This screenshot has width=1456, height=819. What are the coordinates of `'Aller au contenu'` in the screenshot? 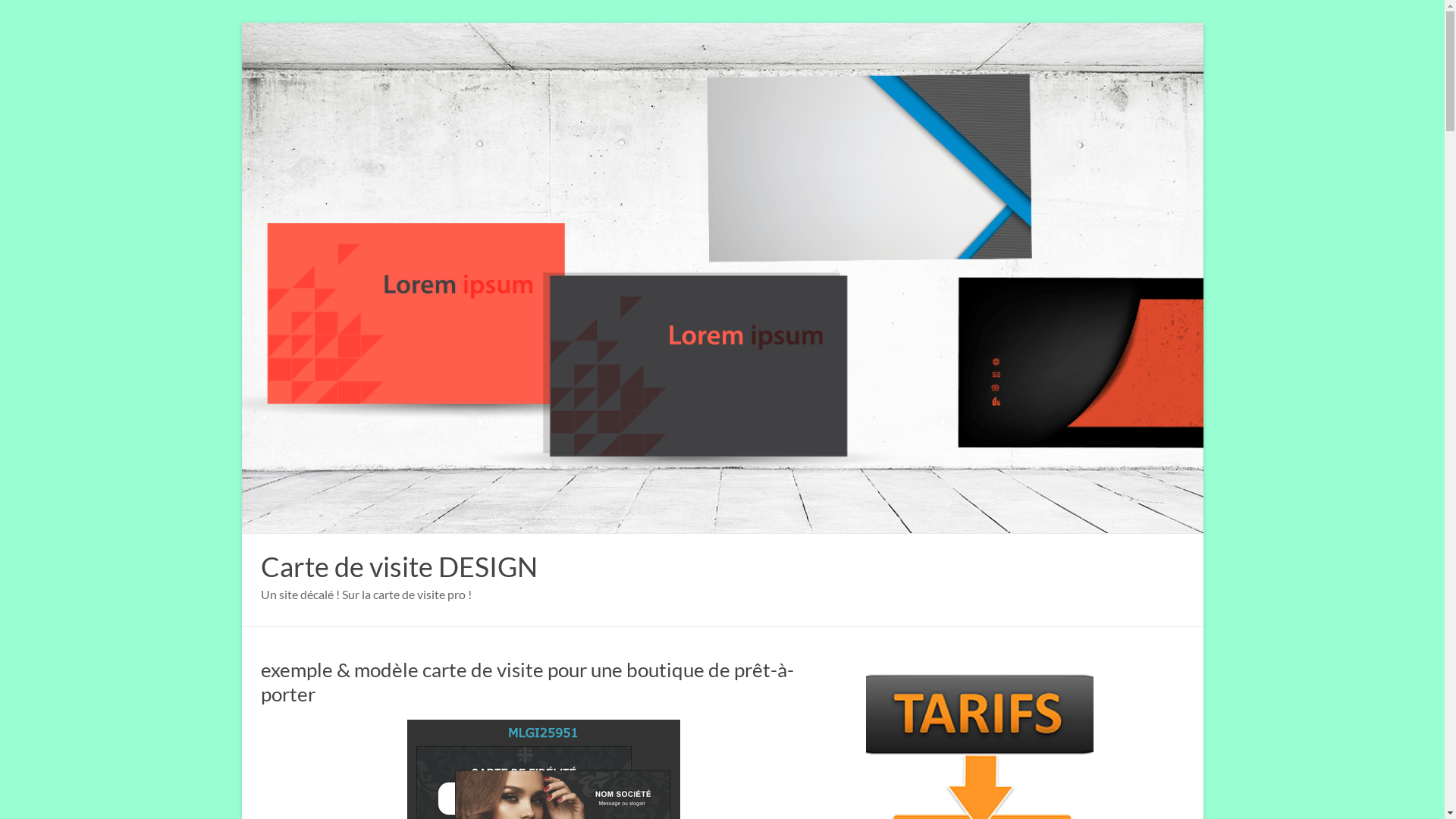 It's located at (240, 22).